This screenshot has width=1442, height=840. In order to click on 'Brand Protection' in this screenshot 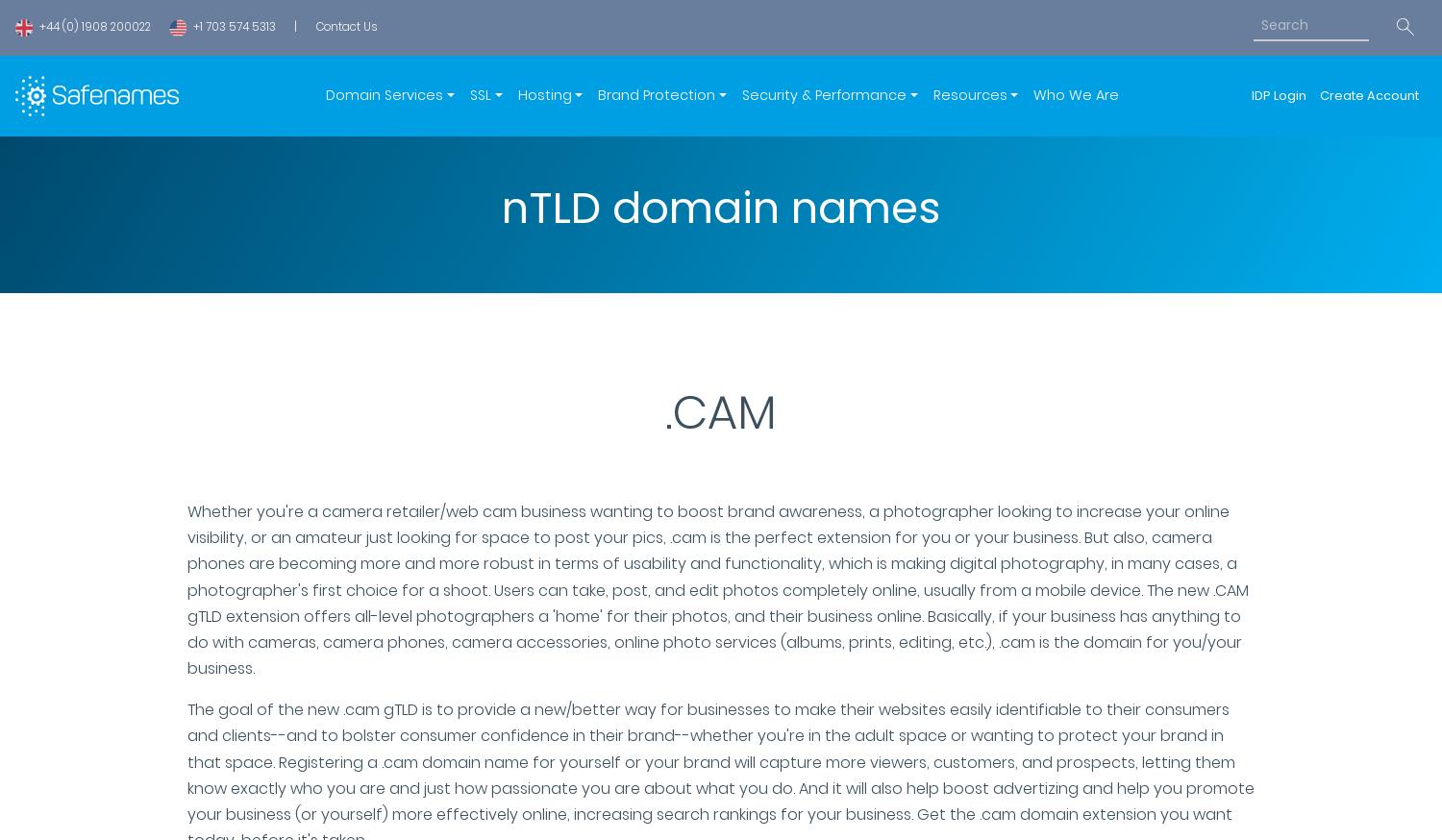, I will do `click(656, 95)`.